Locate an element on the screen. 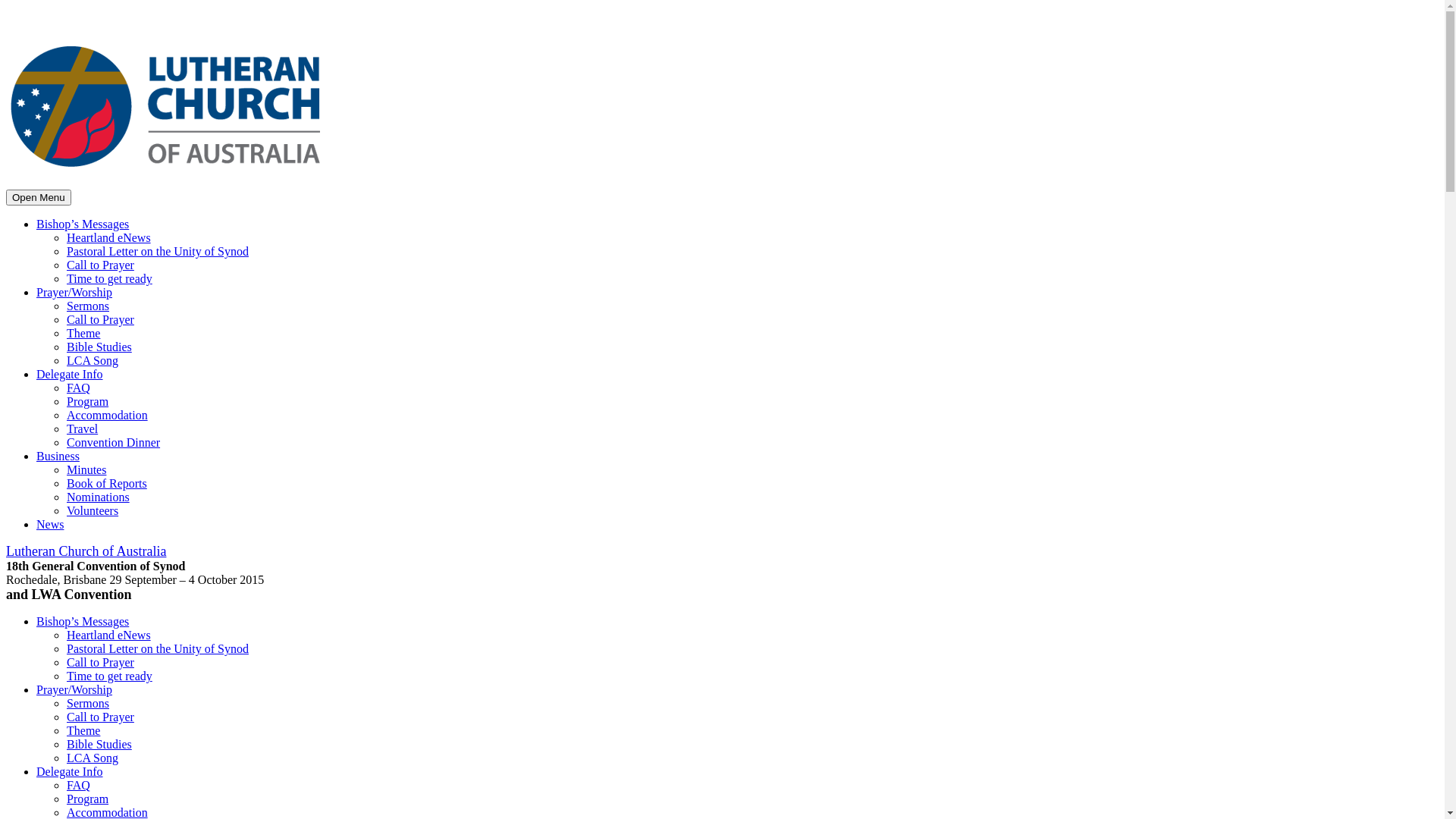  'Program' is located at coordinates (86, 400).